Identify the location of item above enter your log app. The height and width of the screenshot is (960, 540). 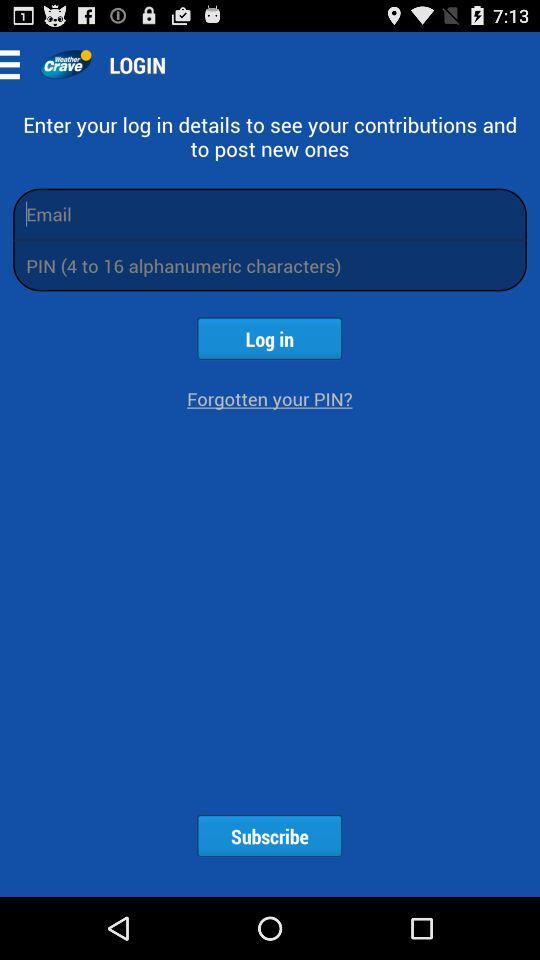
(65, 64).